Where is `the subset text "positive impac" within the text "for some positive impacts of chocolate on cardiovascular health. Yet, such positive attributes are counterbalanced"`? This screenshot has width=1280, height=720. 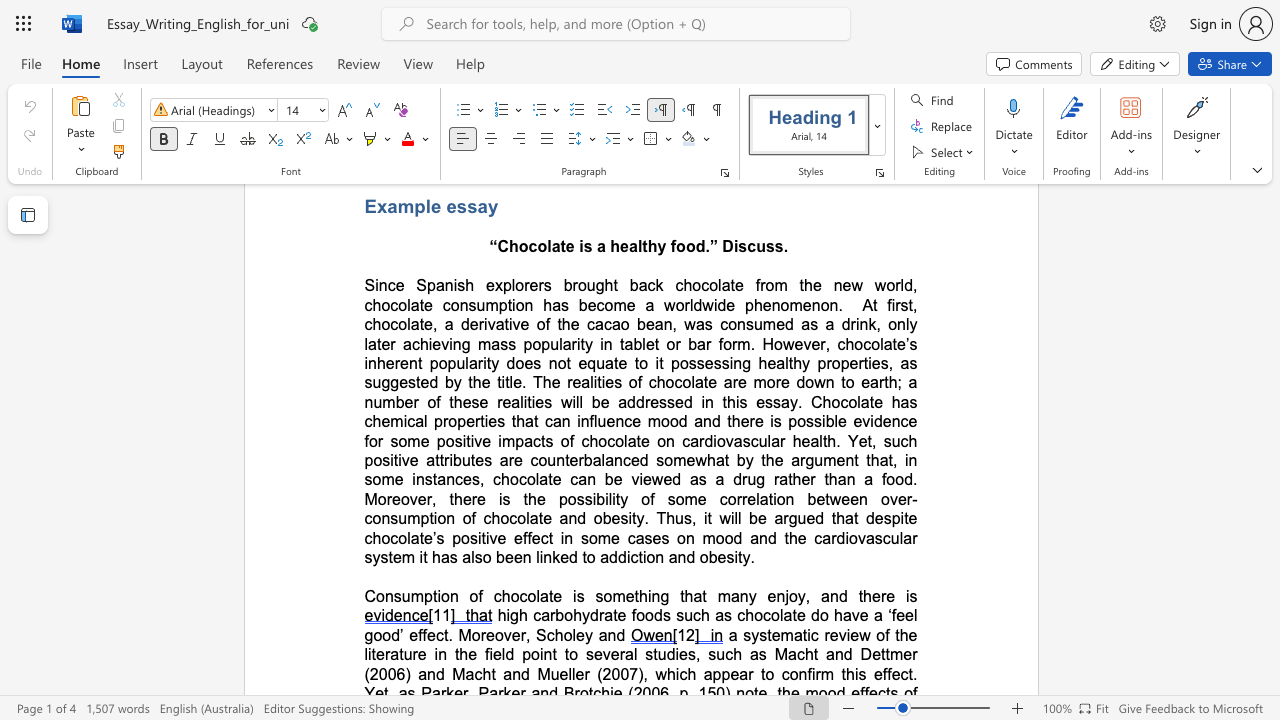 the subset text "positive impac" within the text "for some positive impacts of chocolate on cardiovascular health. Yet, such positive attributes are counterbalanced" is located at coordinates (435, 440).